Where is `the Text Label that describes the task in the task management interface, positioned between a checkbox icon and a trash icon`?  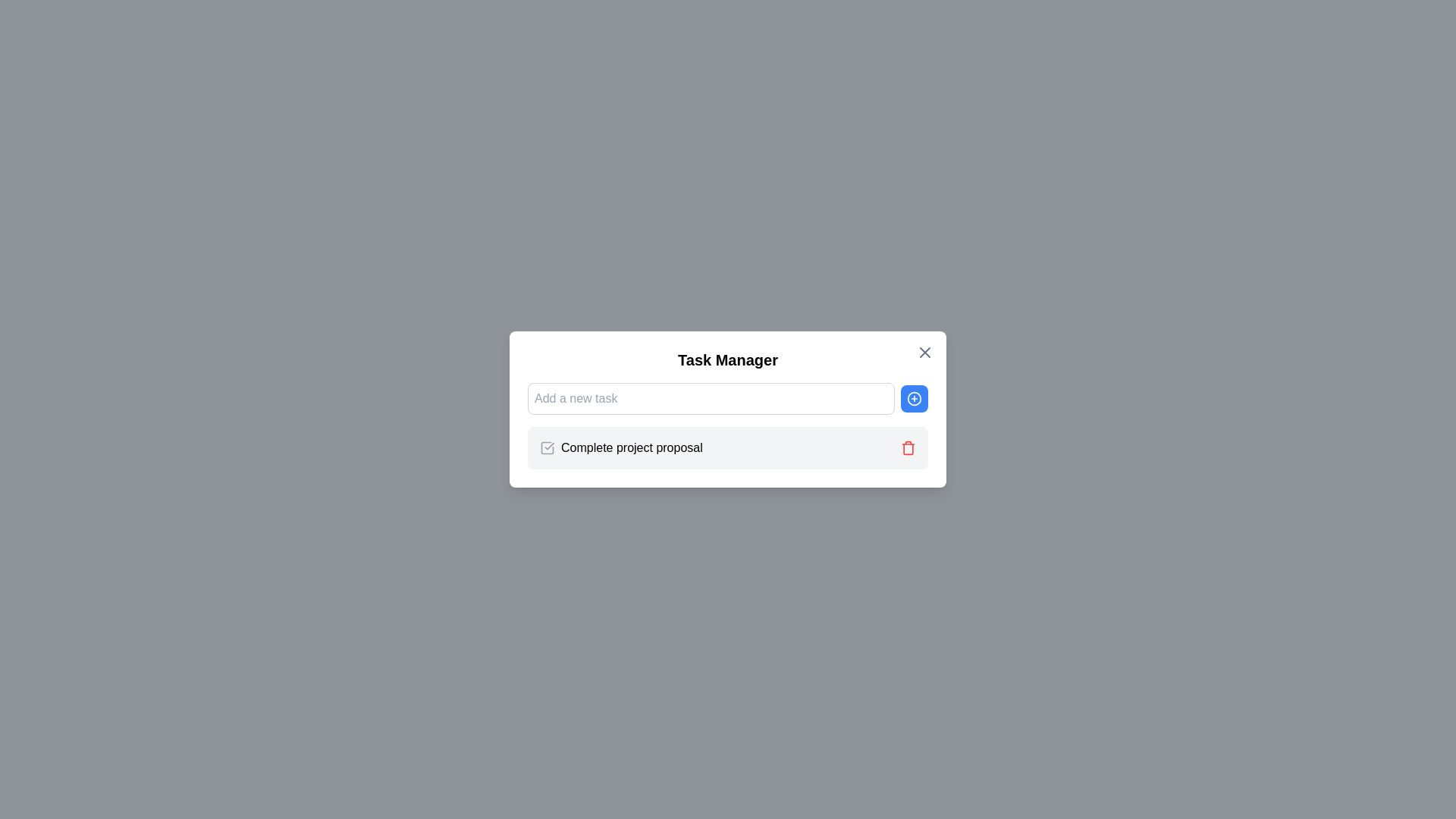 the Text Label that describes the task in the task management interface, positioned between a checkbox icon and a trash icon is located at coordinates (632, 447).